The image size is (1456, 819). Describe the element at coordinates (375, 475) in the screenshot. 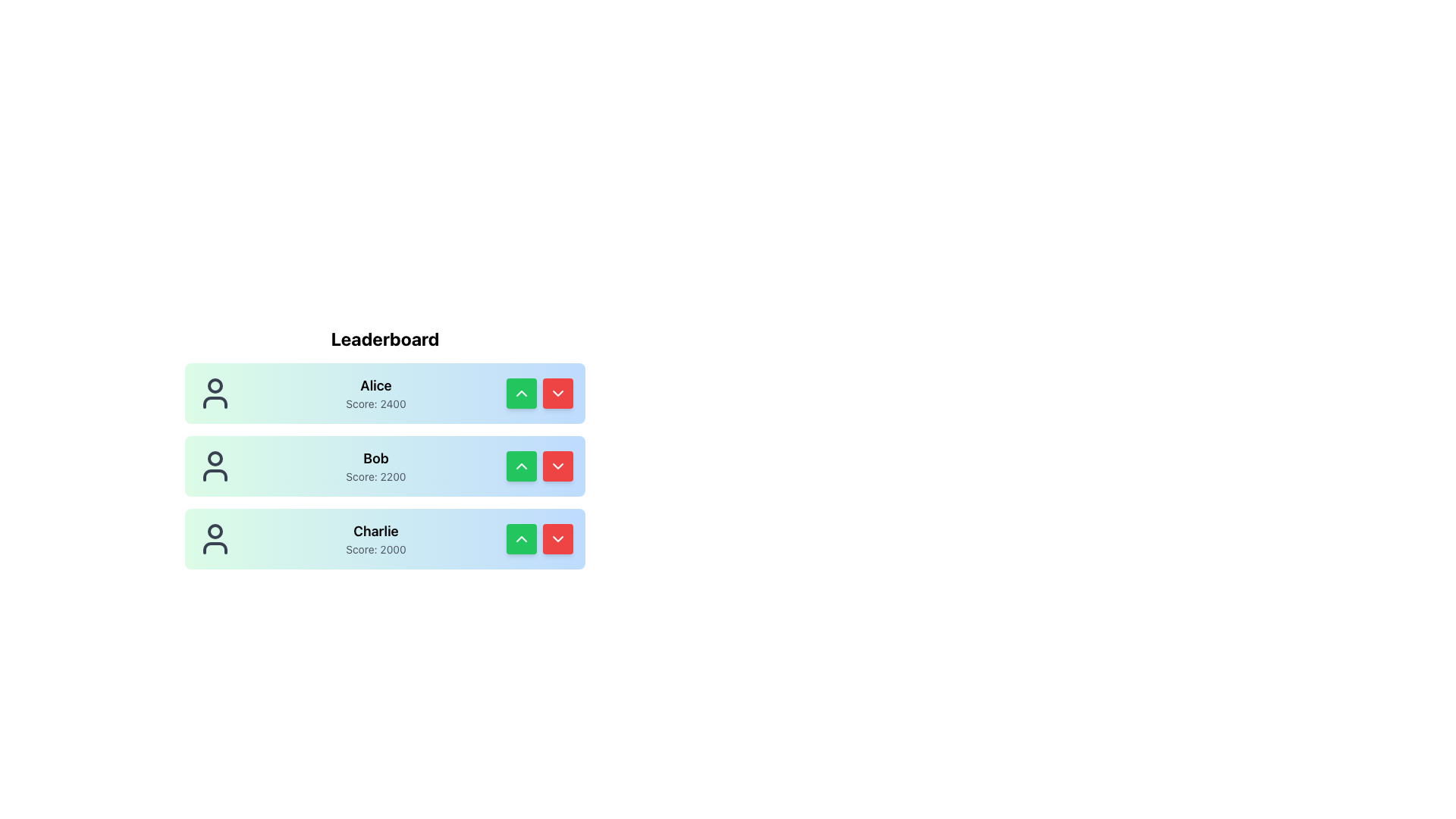

I see `the text label displaying 'Score: 2200', which is positioned below the bold label 'Bob' and to the right of a circular icon` at that location.